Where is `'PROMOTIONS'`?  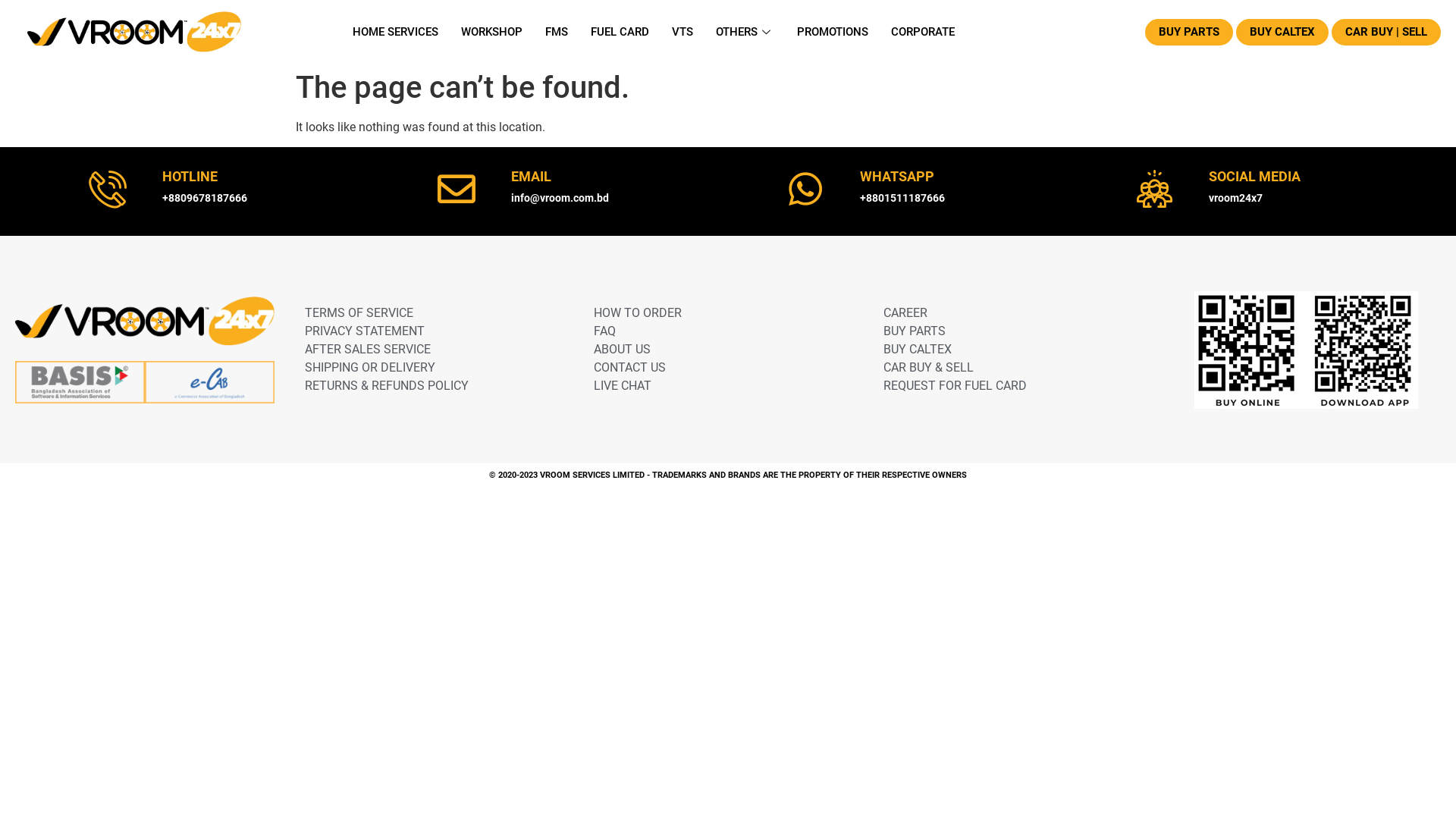 'PROMOTIONS' is located at coordinates (832, 32).